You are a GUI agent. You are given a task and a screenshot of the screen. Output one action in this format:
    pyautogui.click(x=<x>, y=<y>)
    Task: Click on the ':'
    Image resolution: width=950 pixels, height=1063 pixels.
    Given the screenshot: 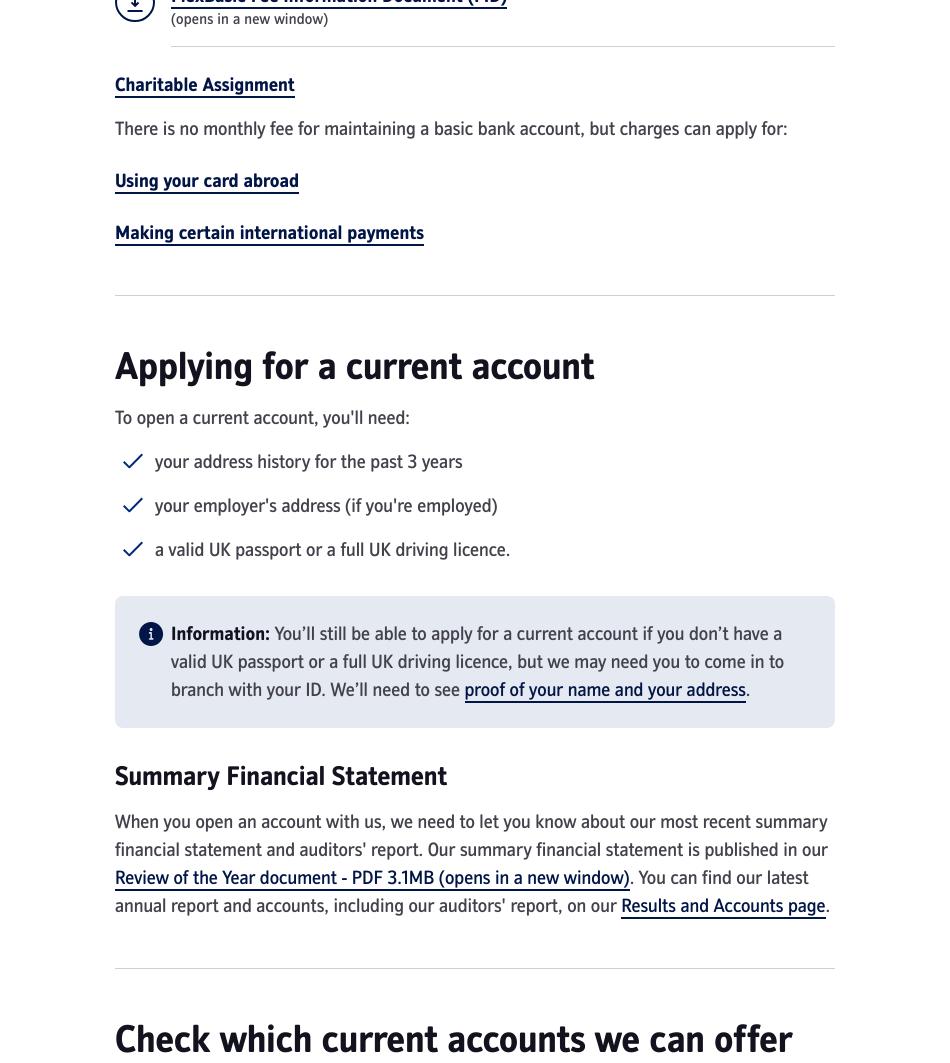 What is the action you would take?
    pyautogui.click(x=263, y=632)
    